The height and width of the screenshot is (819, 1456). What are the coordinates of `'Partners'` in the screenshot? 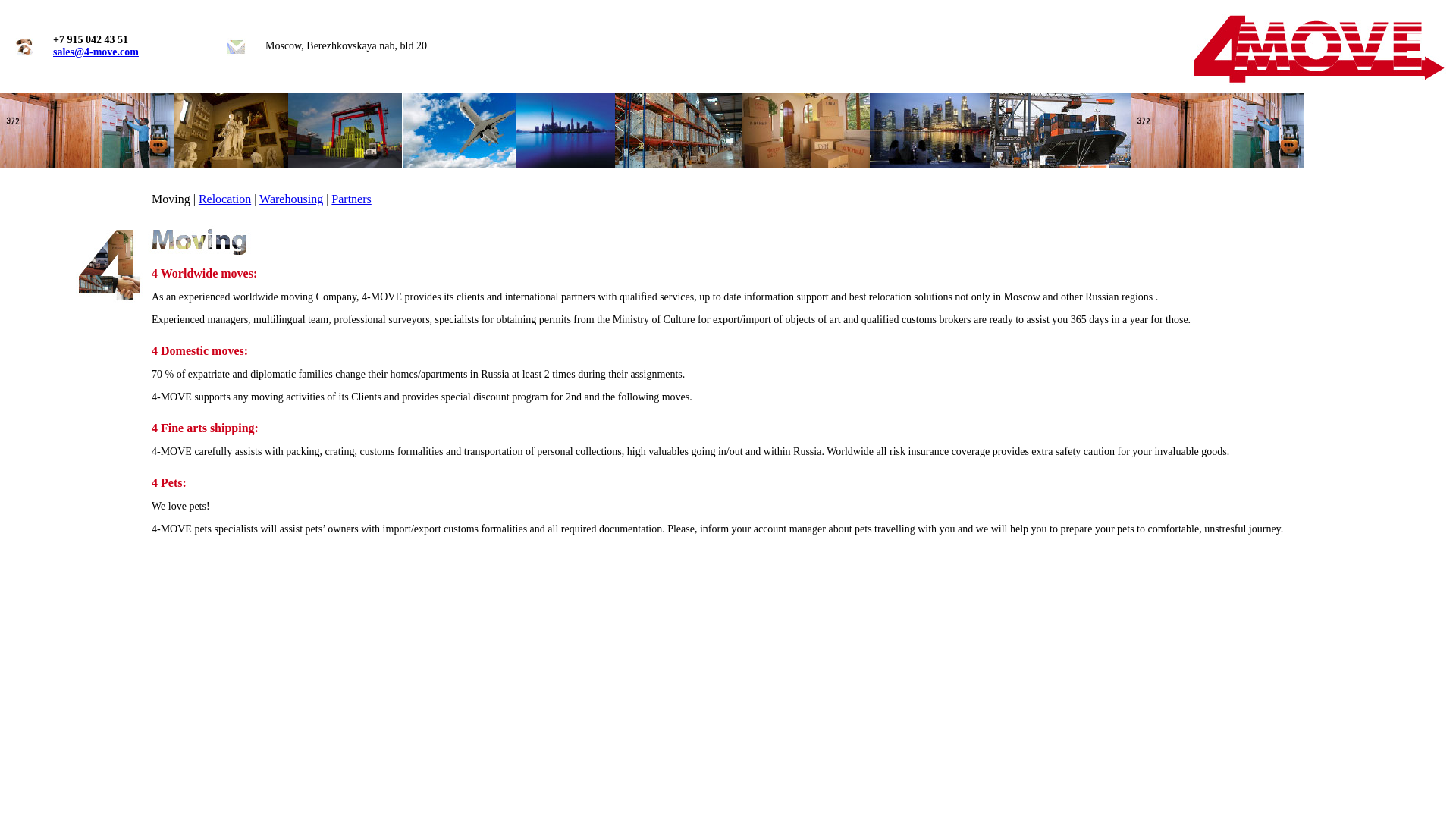 It's located at (350, 198).